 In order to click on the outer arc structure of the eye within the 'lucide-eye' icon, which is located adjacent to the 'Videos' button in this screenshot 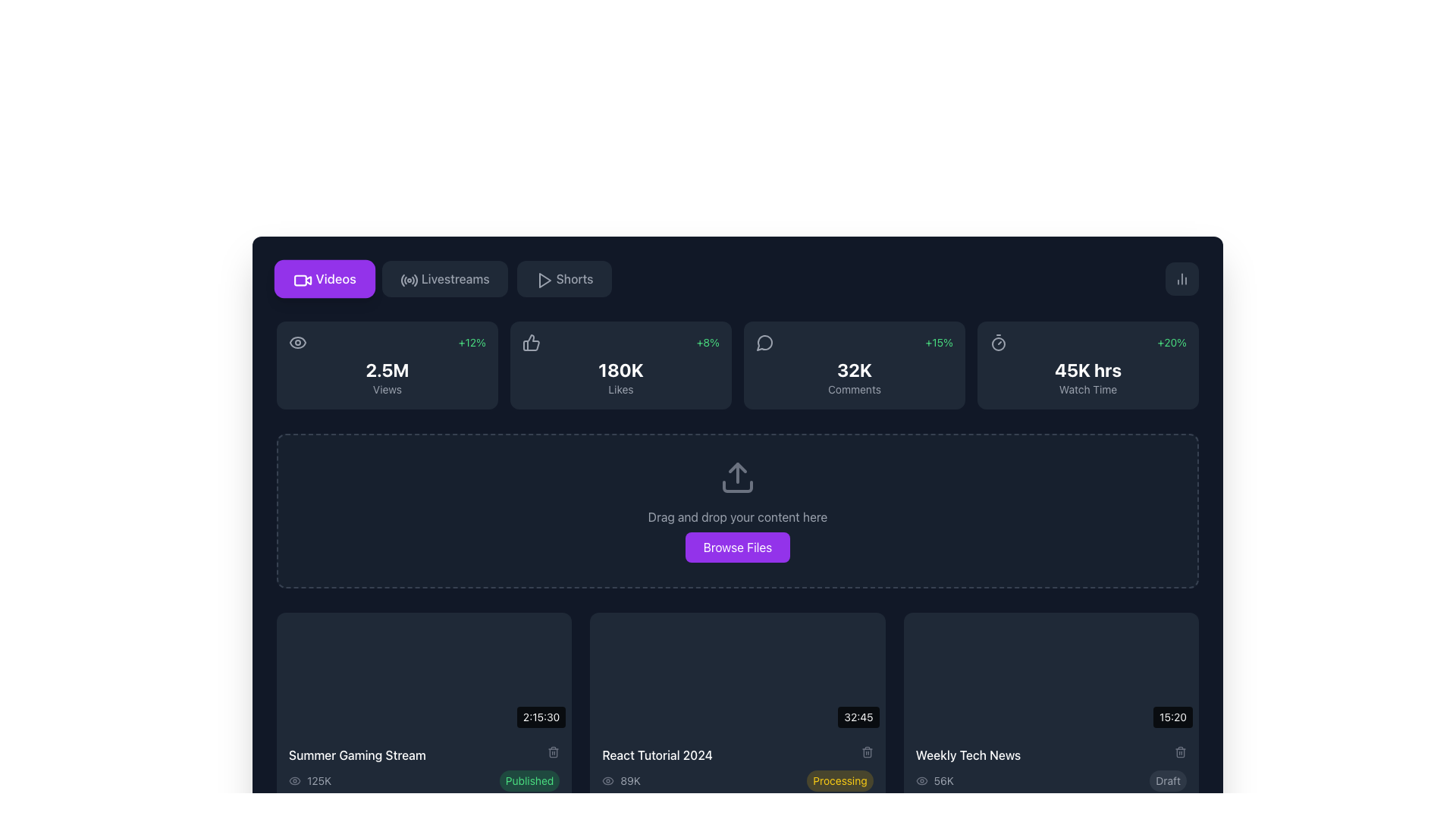, I will do `click(298, 342)`.